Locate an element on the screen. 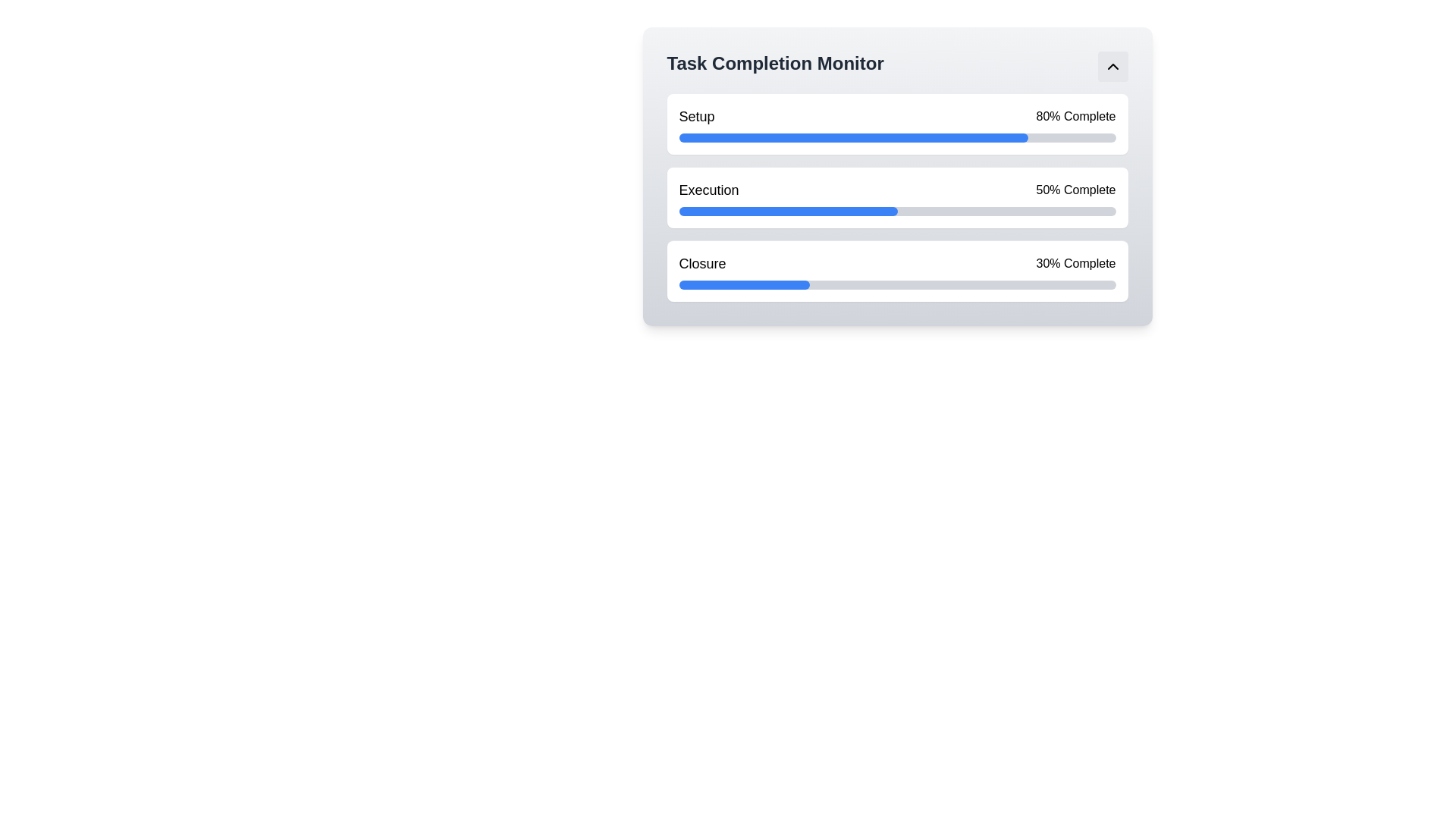  the Text label displaying the percentage of completion for the 'Execution' task, positioned to the right of the progress bar for 'Execution' is located at coordinates (1075, 189).